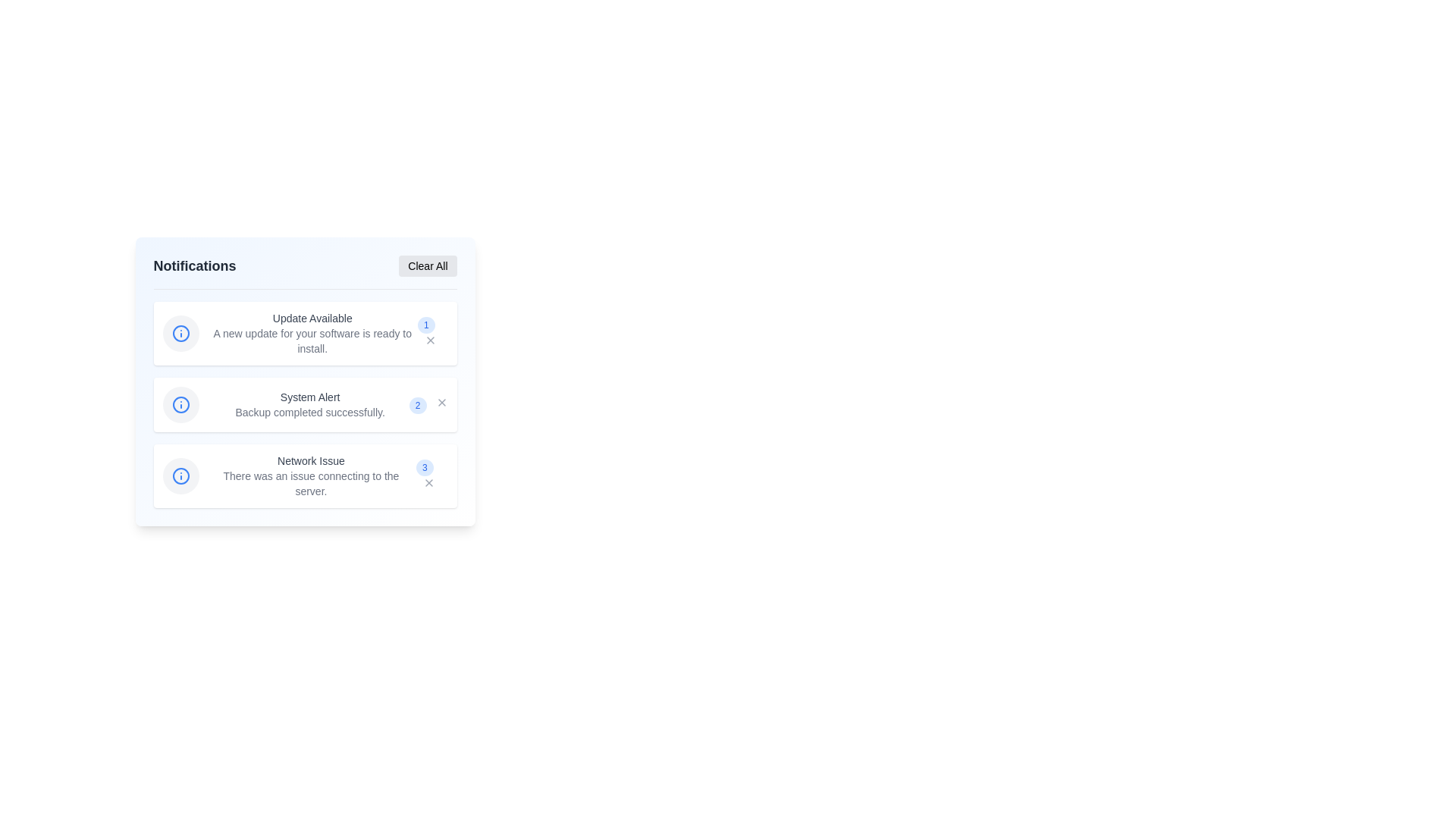 This screenshot has width=1456, height=819. Describe the element at coordinates (312, 341) in the screenshot. I see `text label that states 'A new update for your software is ready to install.' located beneath the header 'Update Available' in the first notification card` at that location.